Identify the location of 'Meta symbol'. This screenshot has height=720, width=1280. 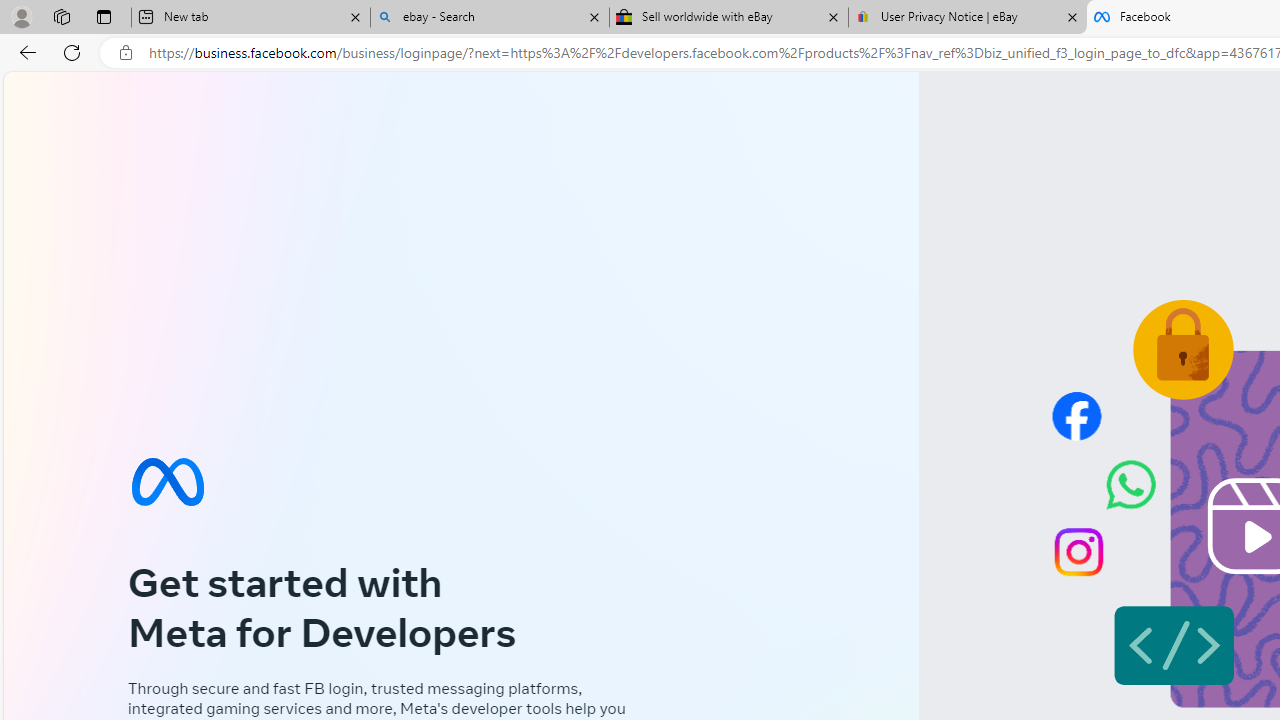
(167, 481).